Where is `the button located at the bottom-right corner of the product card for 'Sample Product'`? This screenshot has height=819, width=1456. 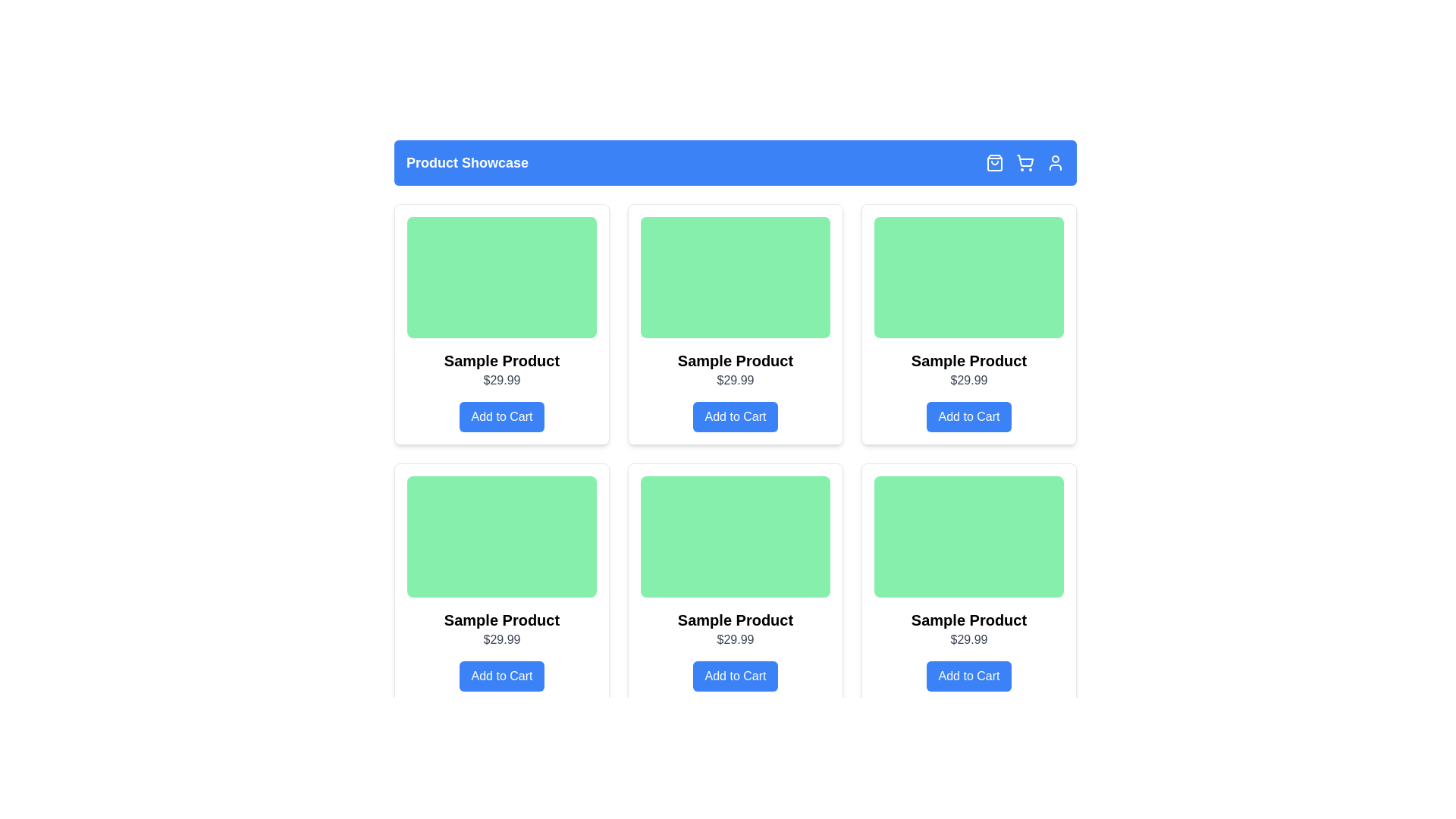
the button located at the bottom-right corner of the product card for 'Sample Product' is located at coordinates (968, 675).